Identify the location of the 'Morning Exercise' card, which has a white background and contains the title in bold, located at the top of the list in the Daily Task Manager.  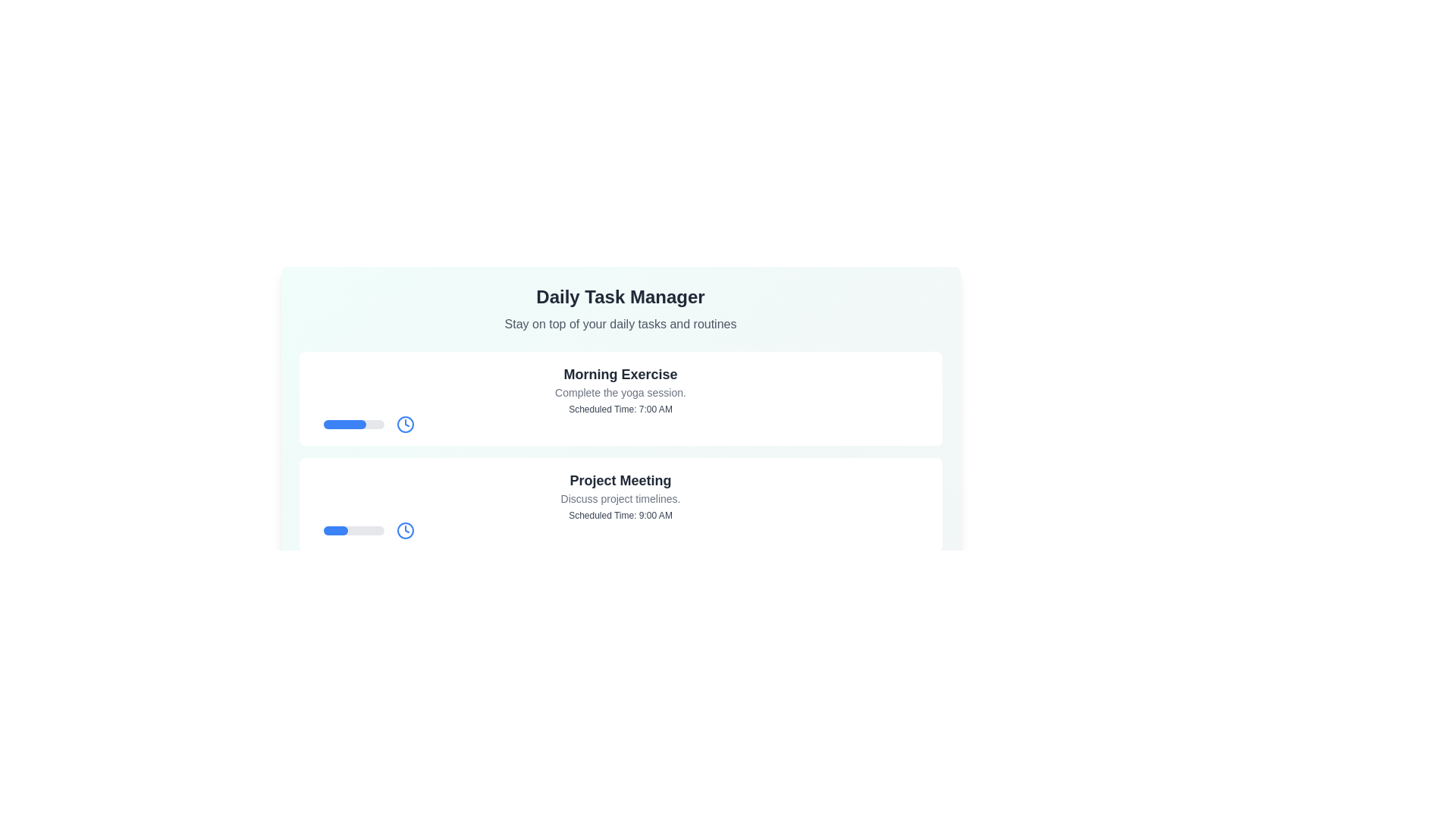
(620, 397).